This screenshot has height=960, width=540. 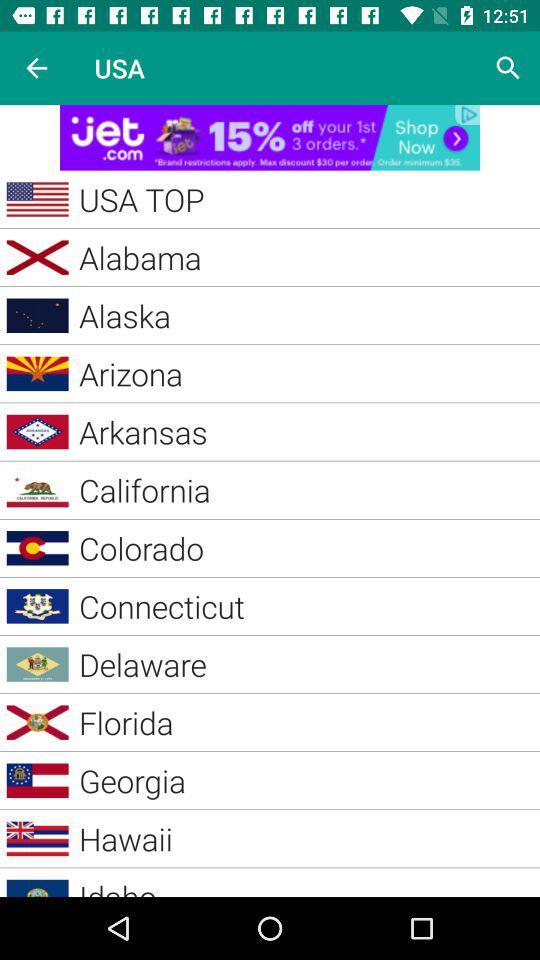 What do you see at coordinates (270, 136) in the screenshot?
I see `advertisement link` at bounding box center [270, 136].